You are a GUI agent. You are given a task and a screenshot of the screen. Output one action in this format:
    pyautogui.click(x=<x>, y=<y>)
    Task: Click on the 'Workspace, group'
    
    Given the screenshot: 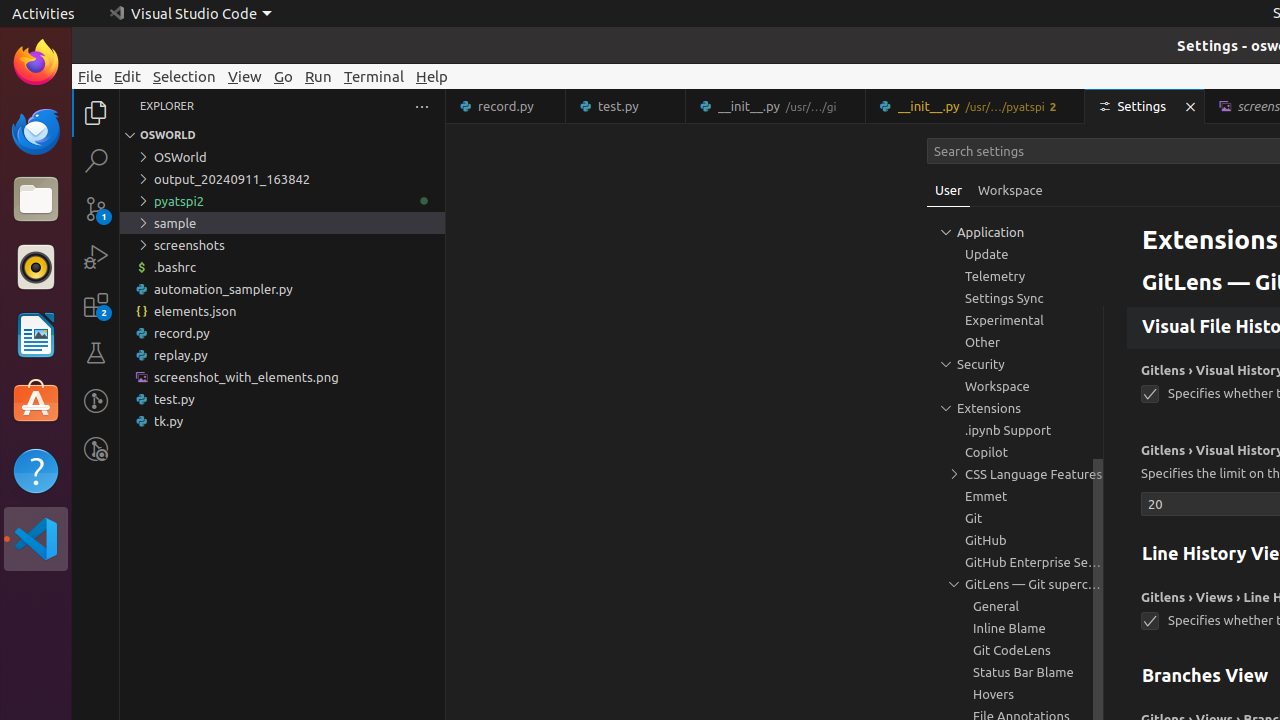 What is the action you would take?
    pyautogui.click(x=1015, y=385)
    